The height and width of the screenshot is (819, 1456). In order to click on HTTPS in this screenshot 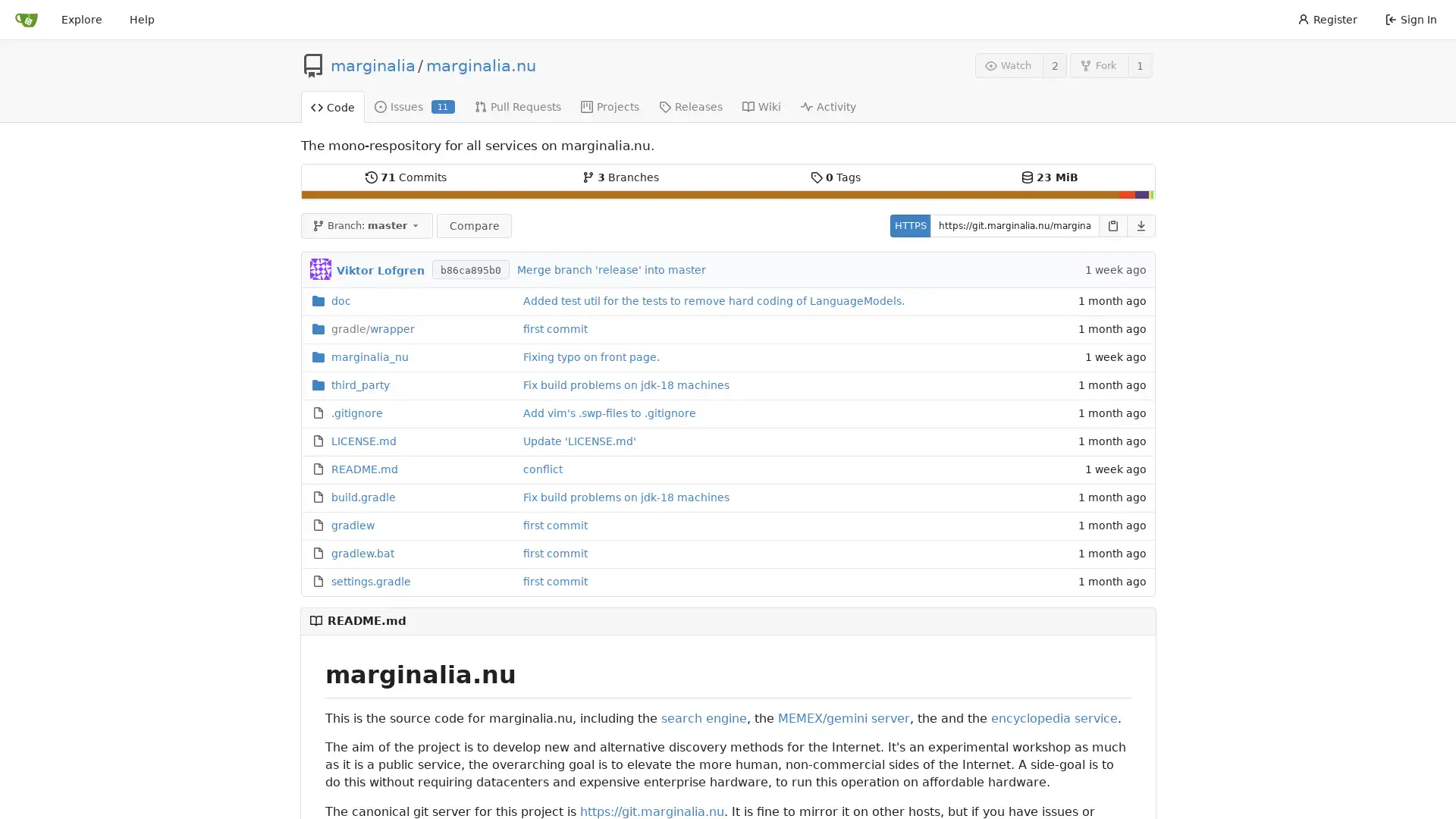, I will do `click(909, 225)`.